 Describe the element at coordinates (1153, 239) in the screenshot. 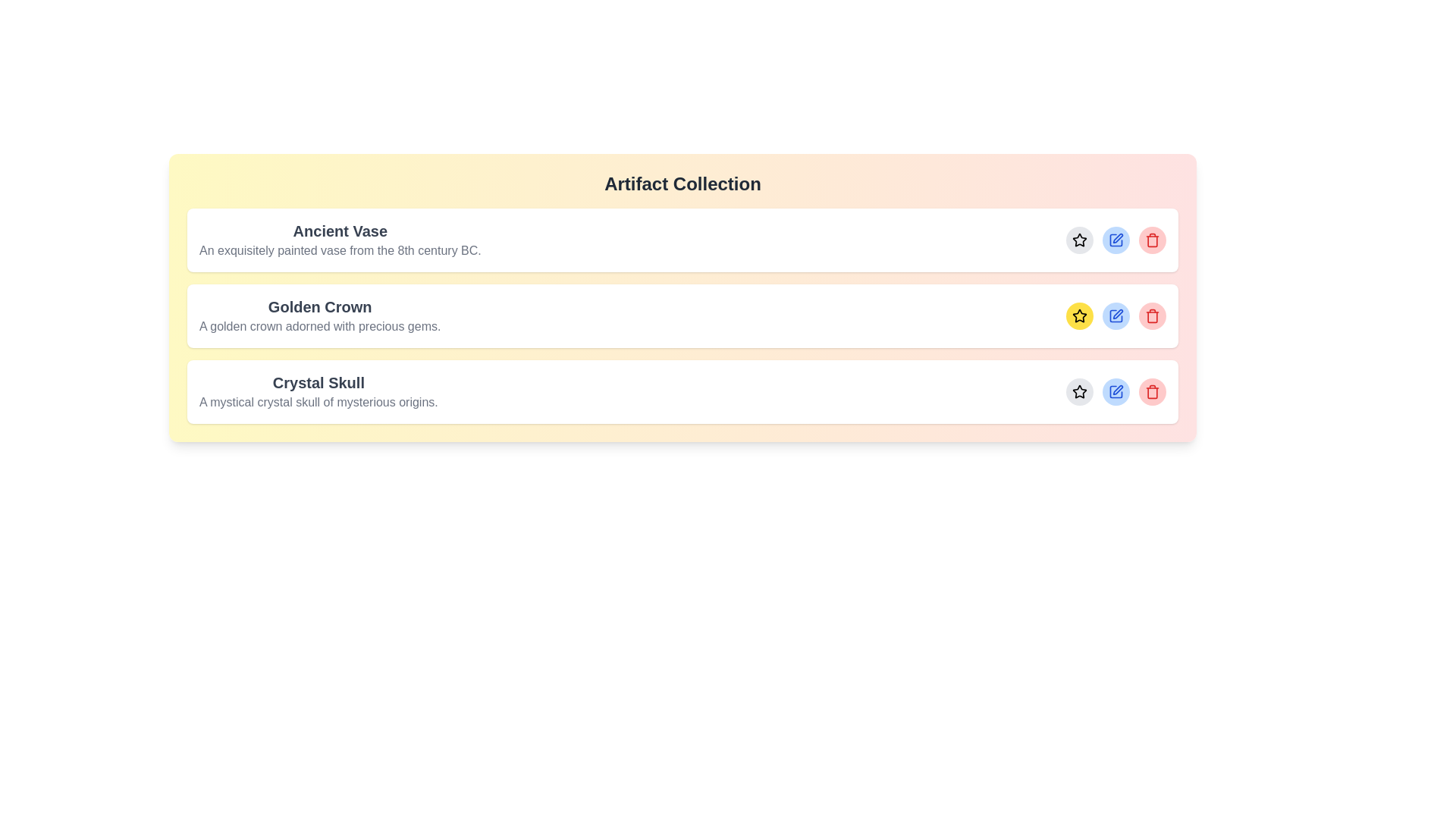

I see `trash button to remove the artifact named Ancient Vase` at that location.